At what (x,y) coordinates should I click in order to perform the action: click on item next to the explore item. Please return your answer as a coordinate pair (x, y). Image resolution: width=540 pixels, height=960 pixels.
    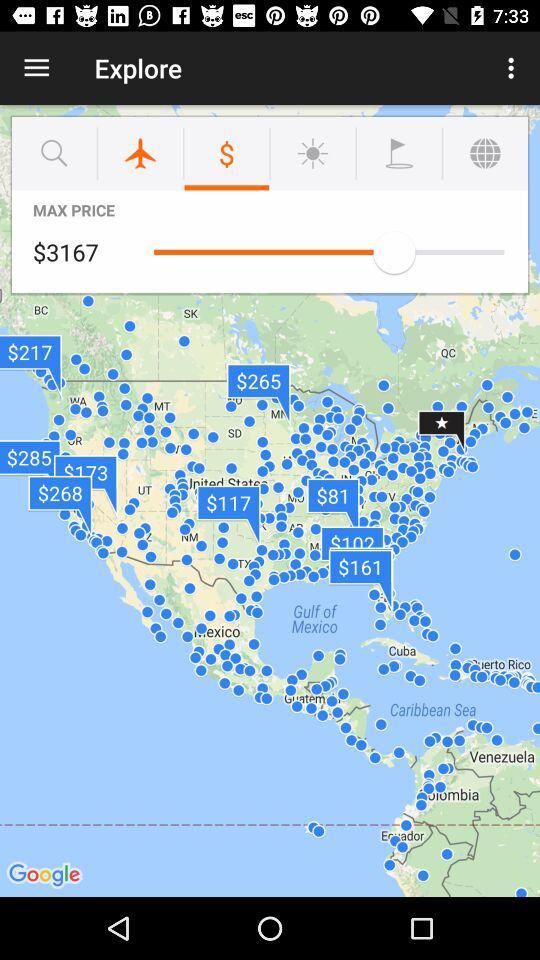
    Looking at the image, I should click on (36, 68).